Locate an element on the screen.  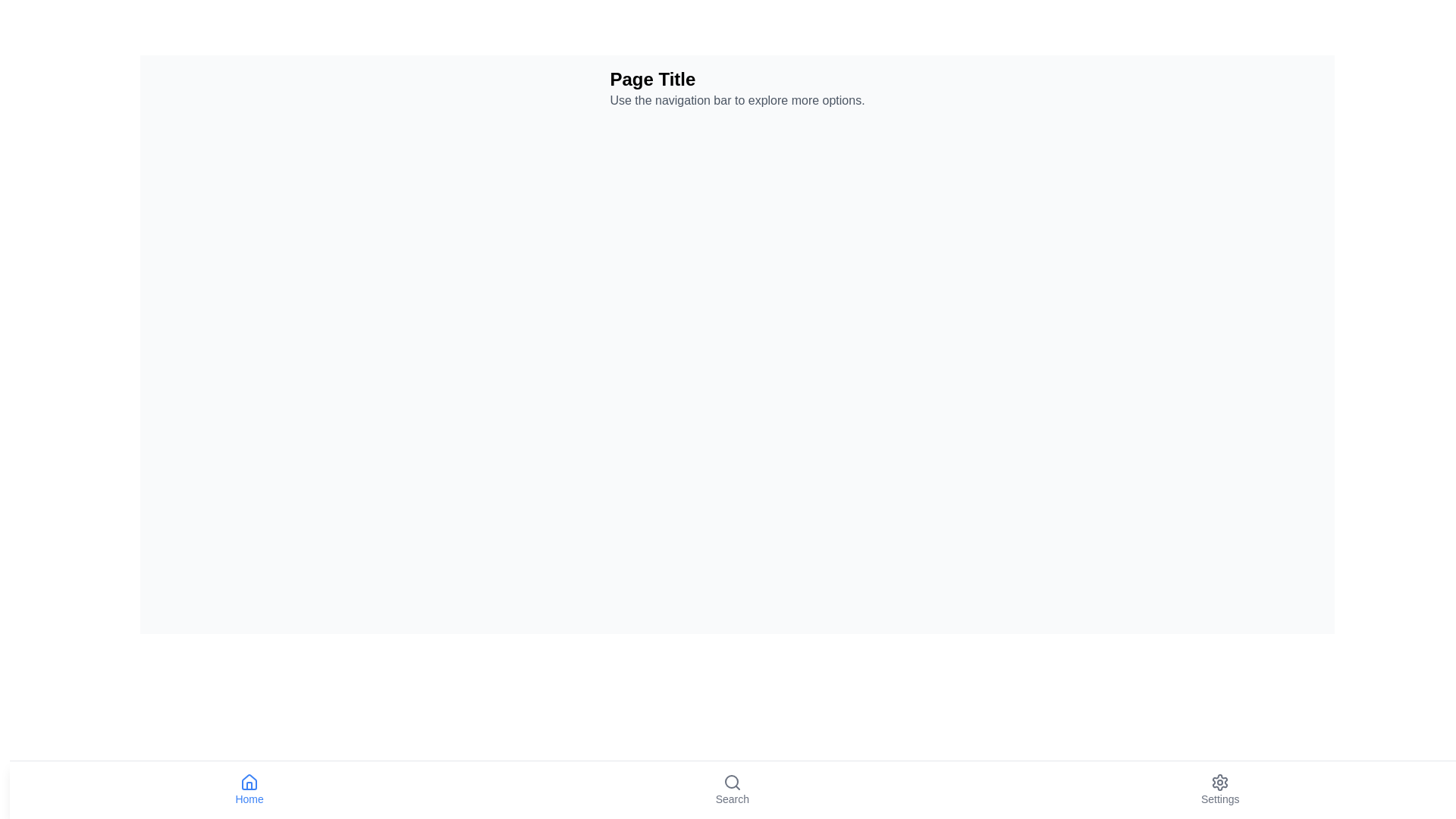
the 'Home' navigation icon represented by a house icon with a pointed roof located in the bottom bar of the interface is located at coordinates (249, 782).